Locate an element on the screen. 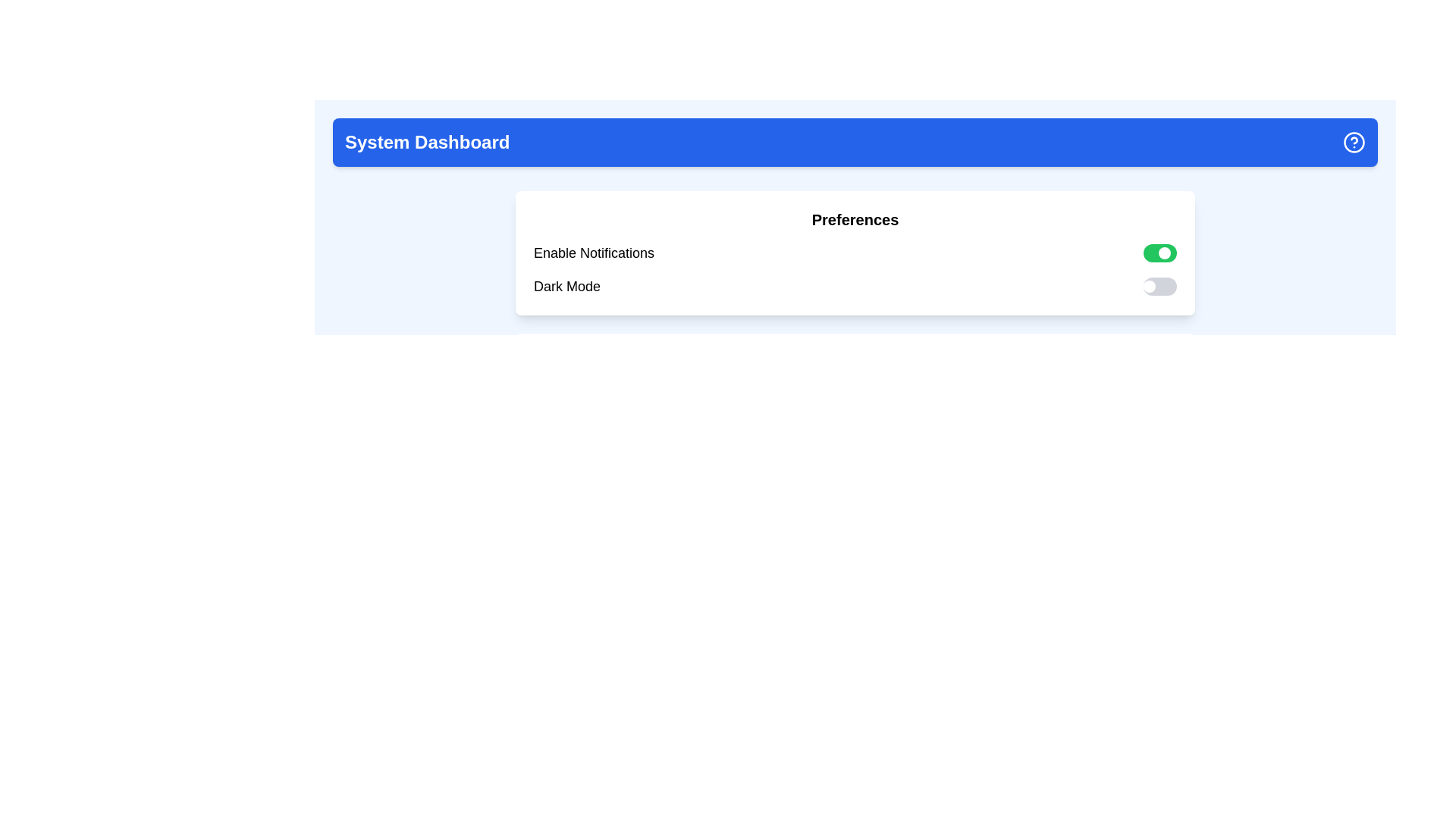  the outer circular shape of the help or information icon located at the top-right corner of the blue dashboard header bar is located at coordinates (1354, 143).